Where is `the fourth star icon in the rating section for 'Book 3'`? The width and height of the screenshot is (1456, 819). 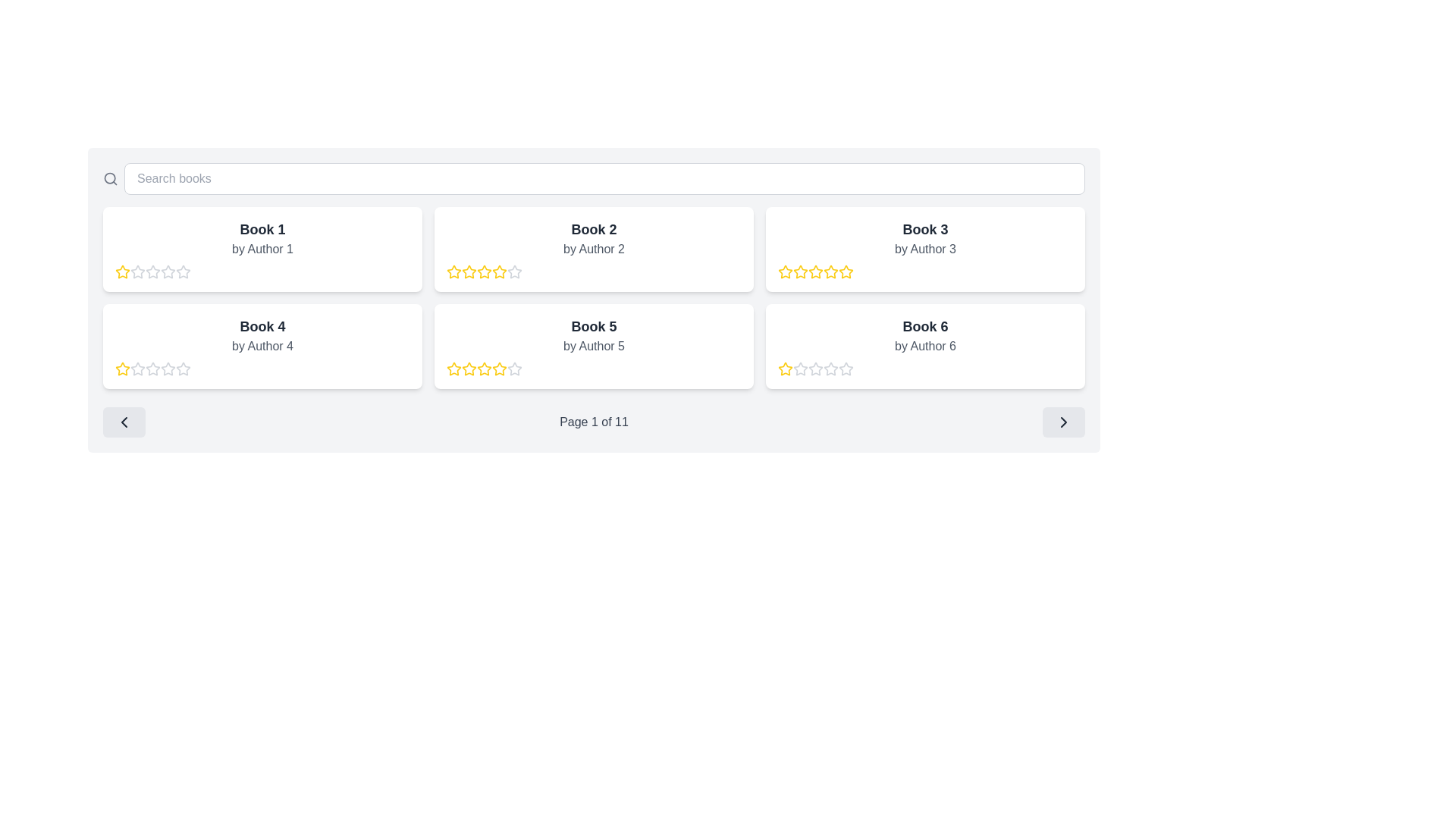
the fourth star icon in the rating section for 'Book 3' is located at coordinates (814, 271).